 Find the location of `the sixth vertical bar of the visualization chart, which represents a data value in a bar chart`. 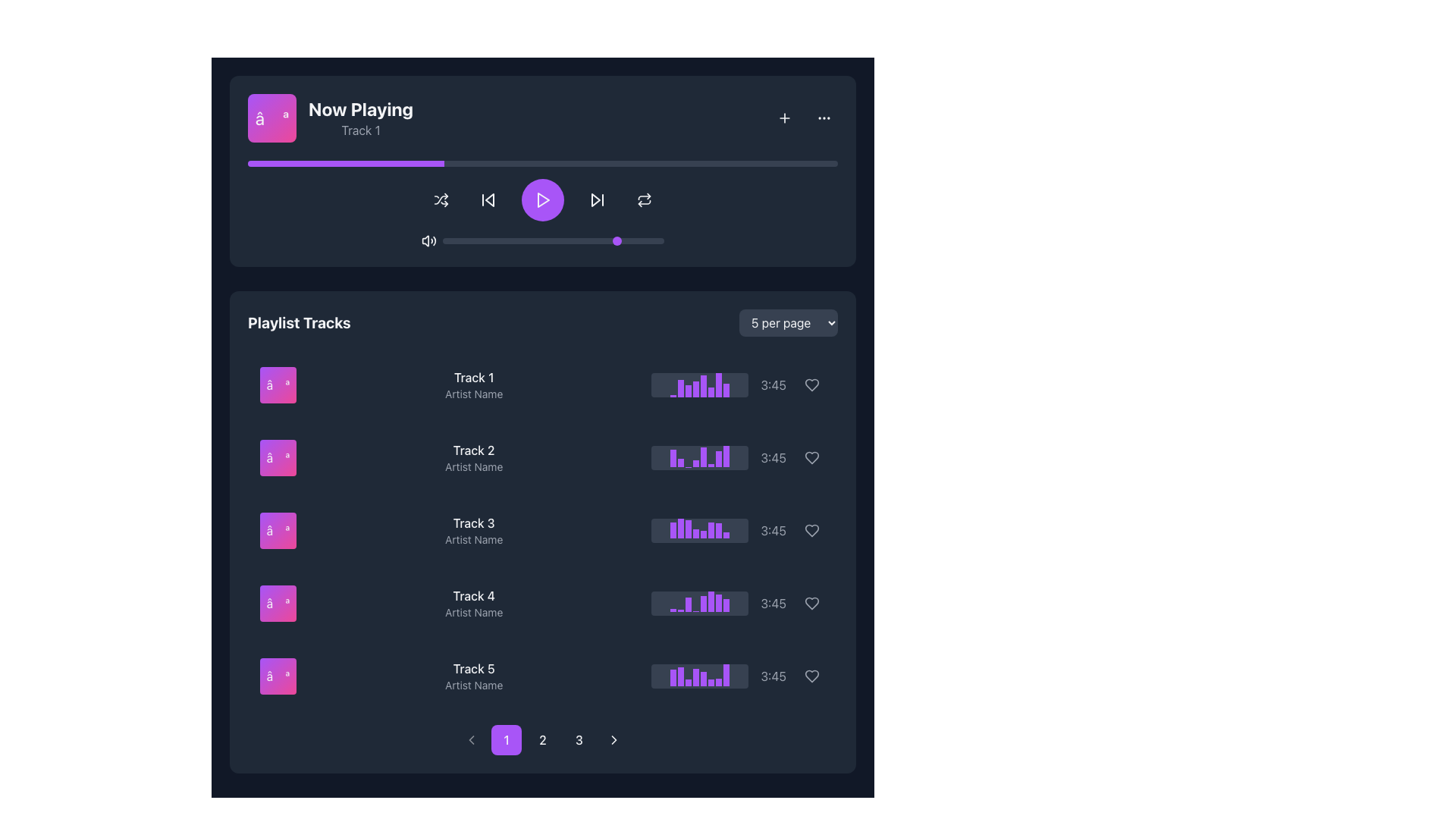

the sixth vertical bar of the visualization chart, which represents a data value in a bar chart is located at coordinates (711, 391).